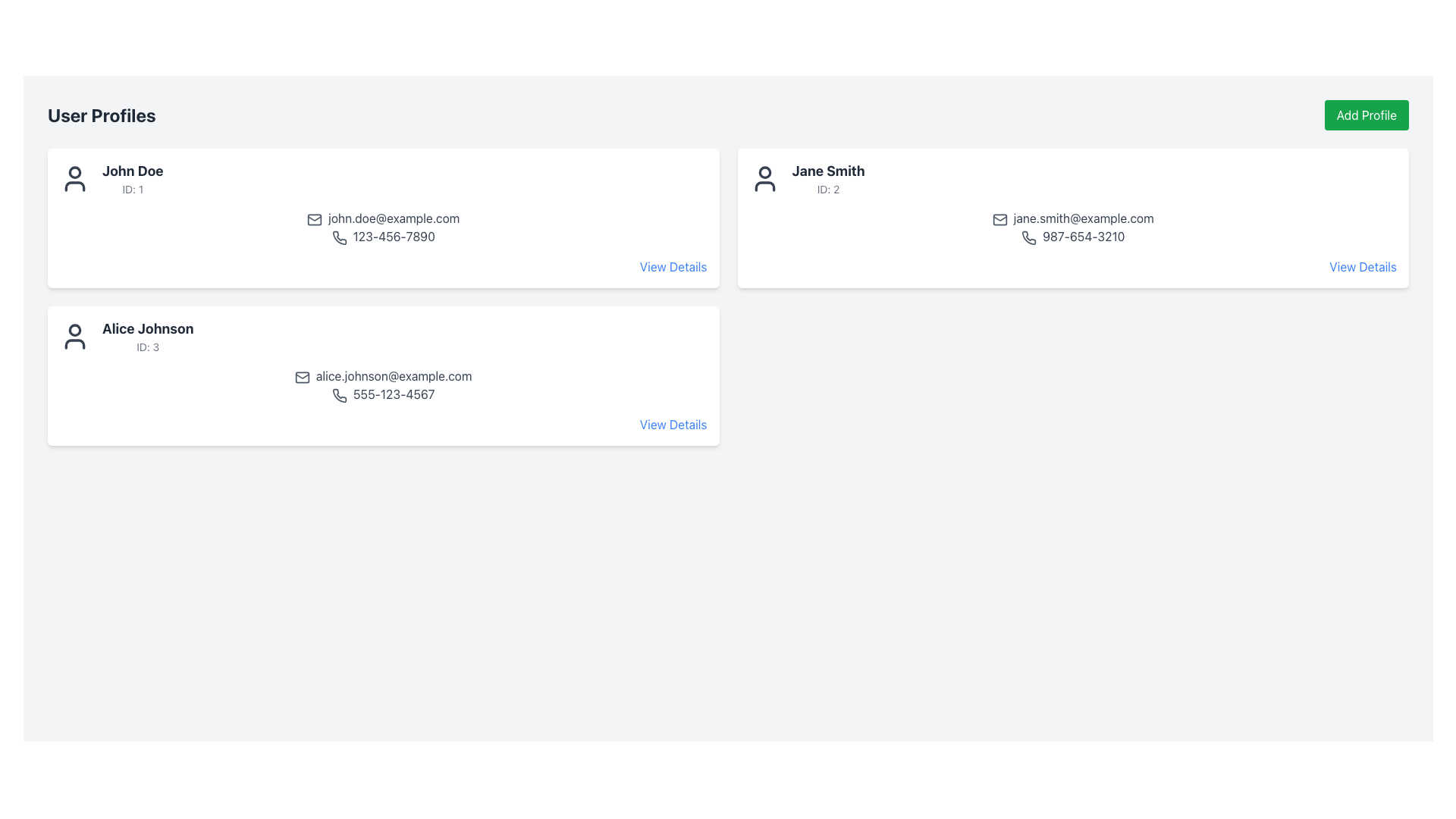  I want to click on the phone icon located next to the phone number text '555-123-4567' in the second user profile, so click(338, 394).